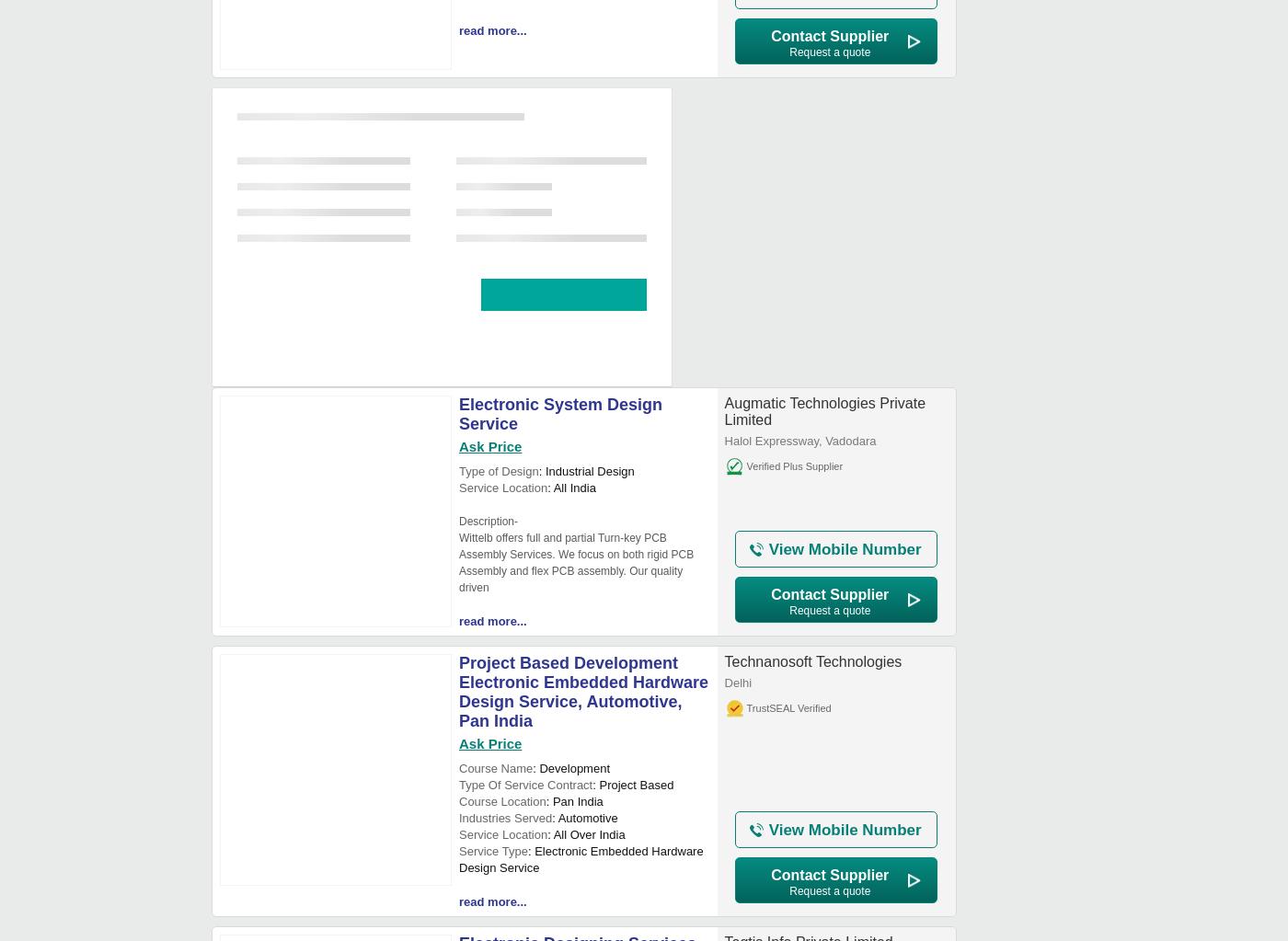 This screenshot has height=941, width=1288. What do you see at coordinates (458, 850) in the screenshot?
I see `'Service Type'` at bounding box center [458, 850].